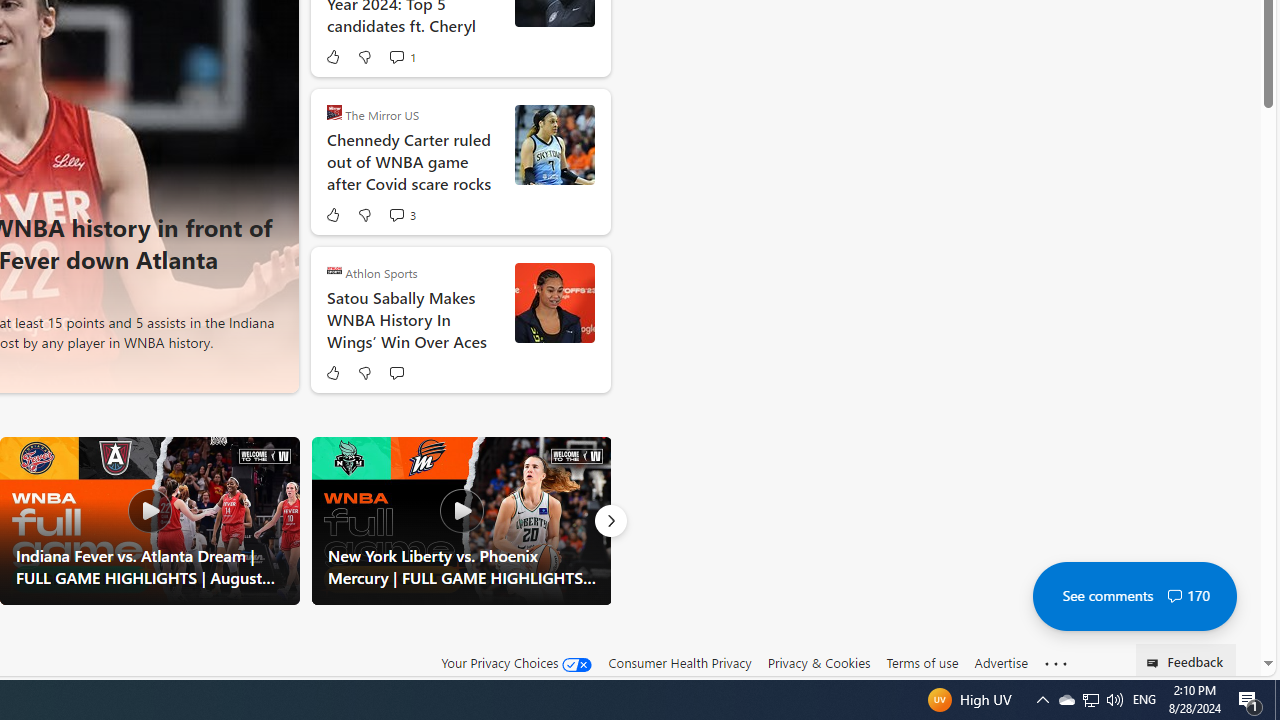 Image resolution: width=1280 pixels, height=720 pixels. Describe the element at coordinates (1186, 659) in the screenshot. I see `'Feedback'` at that location.